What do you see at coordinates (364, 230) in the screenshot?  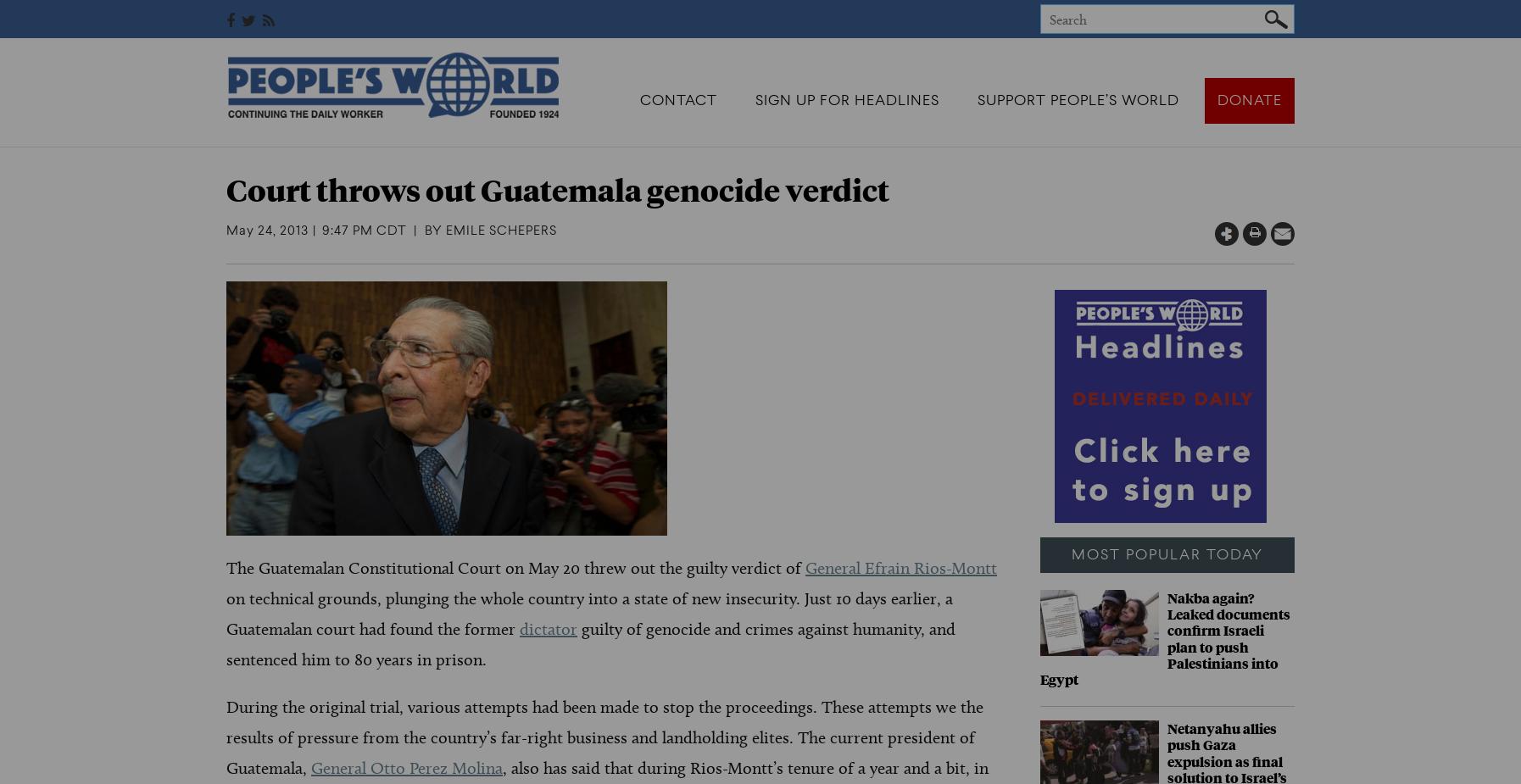 I see `'9:47 PM CDT'` at bounding box center [364, 230].